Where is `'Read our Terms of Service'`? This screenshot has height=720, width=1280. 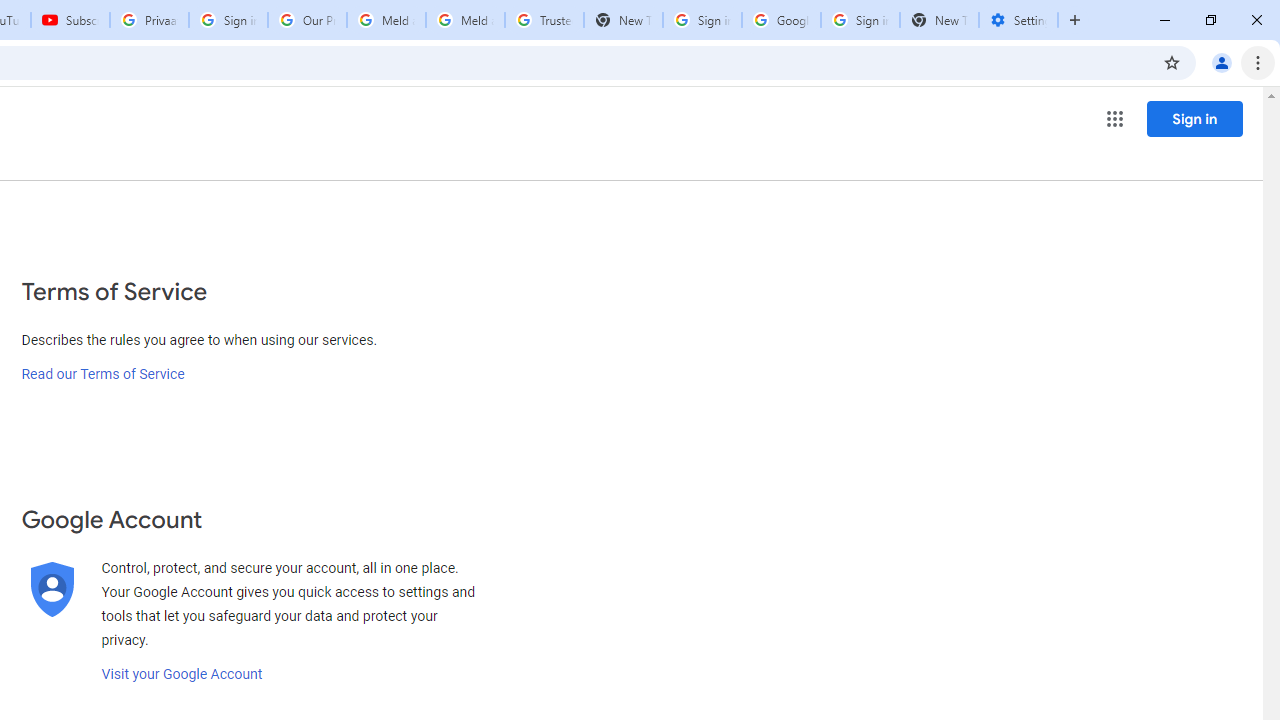 'Read our Terms of Service' is located at coordinates (102, 374).